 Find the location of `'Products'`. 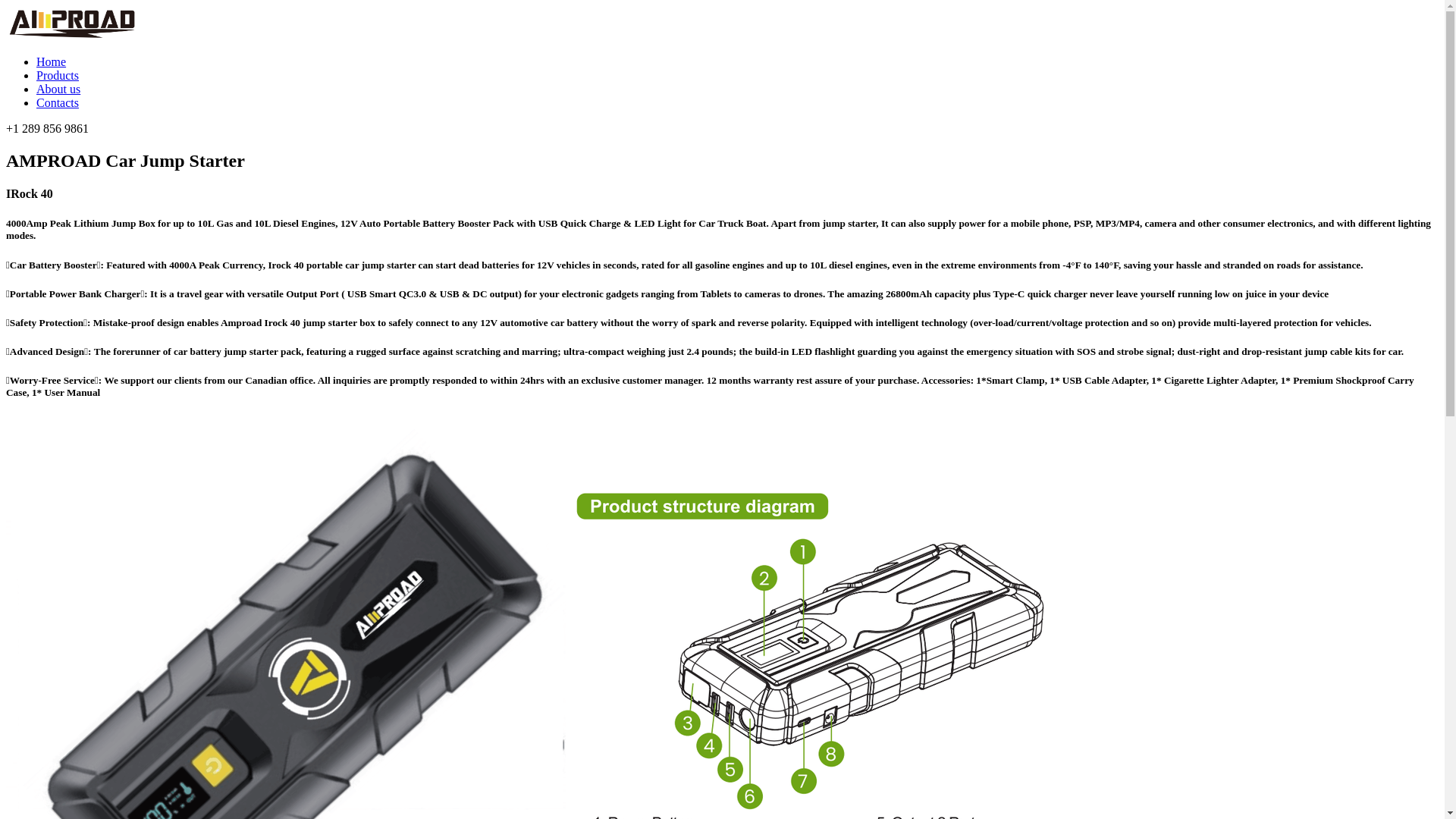

'Products' is located at coordinates (58, 75).